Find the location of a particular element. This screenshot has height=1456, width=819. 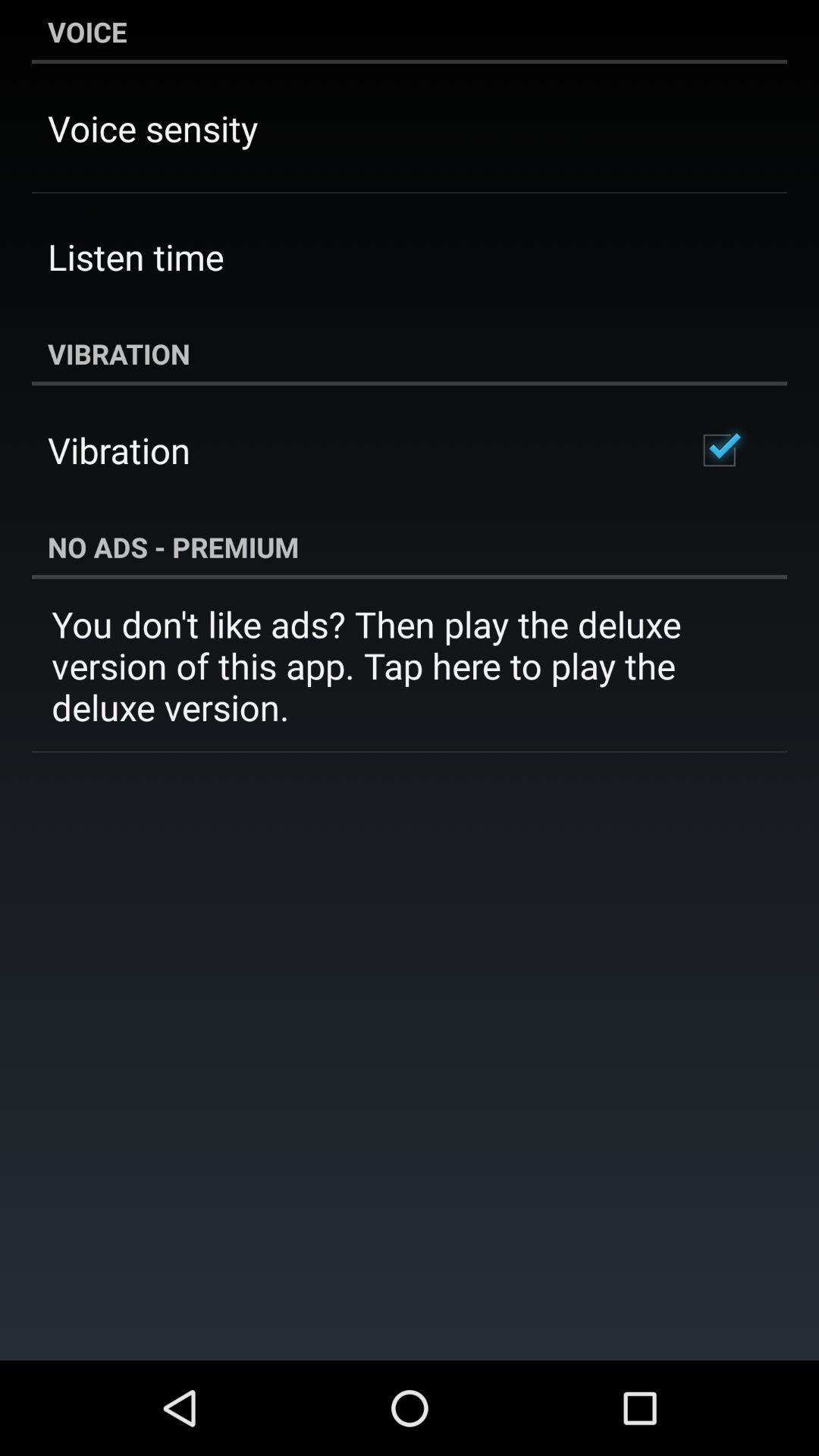

item below the voice sensity icon is located at coordinates (135, 256).